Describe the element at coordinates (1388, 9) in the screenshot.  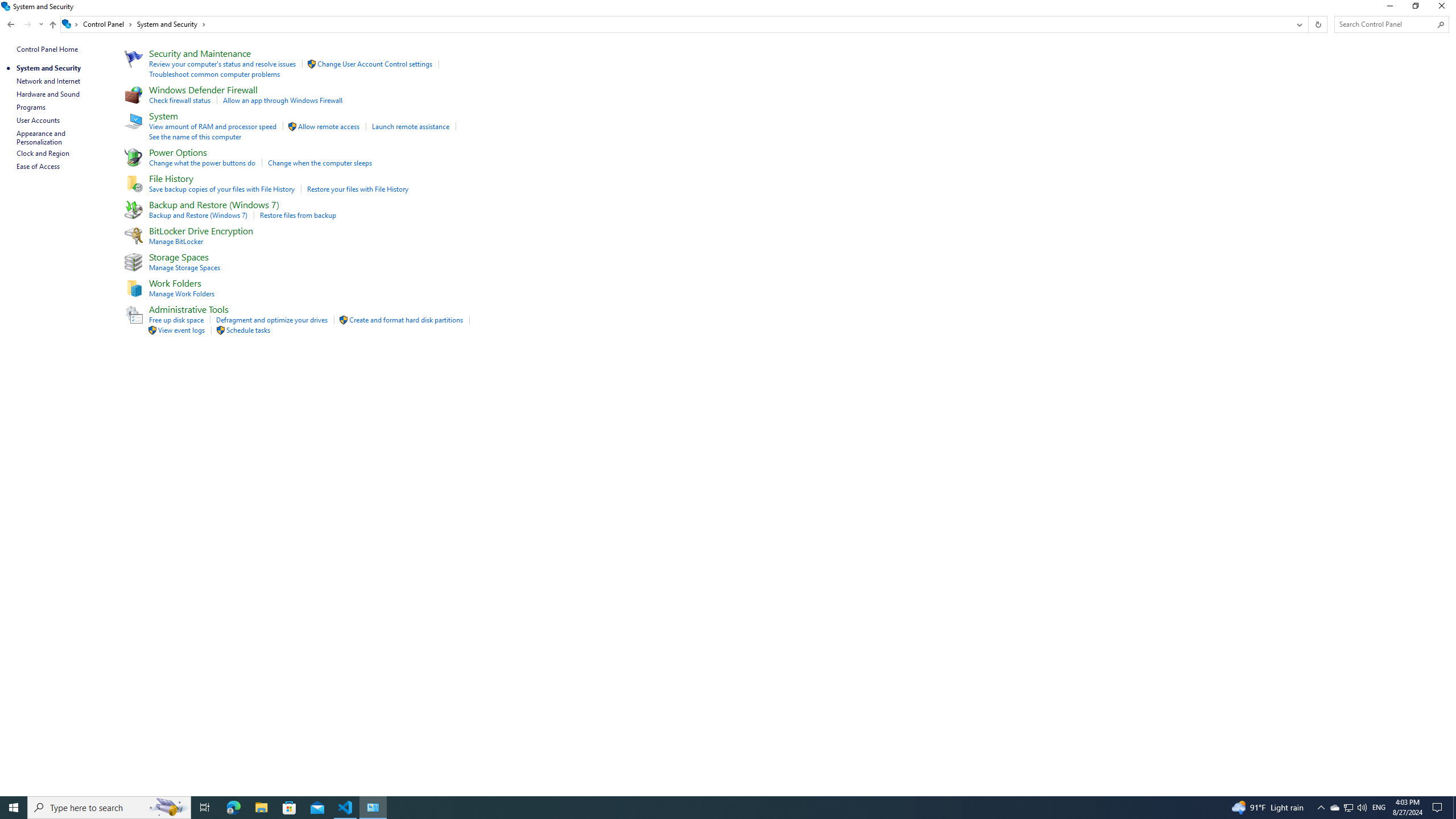
I see `'Minimize'` at that location.